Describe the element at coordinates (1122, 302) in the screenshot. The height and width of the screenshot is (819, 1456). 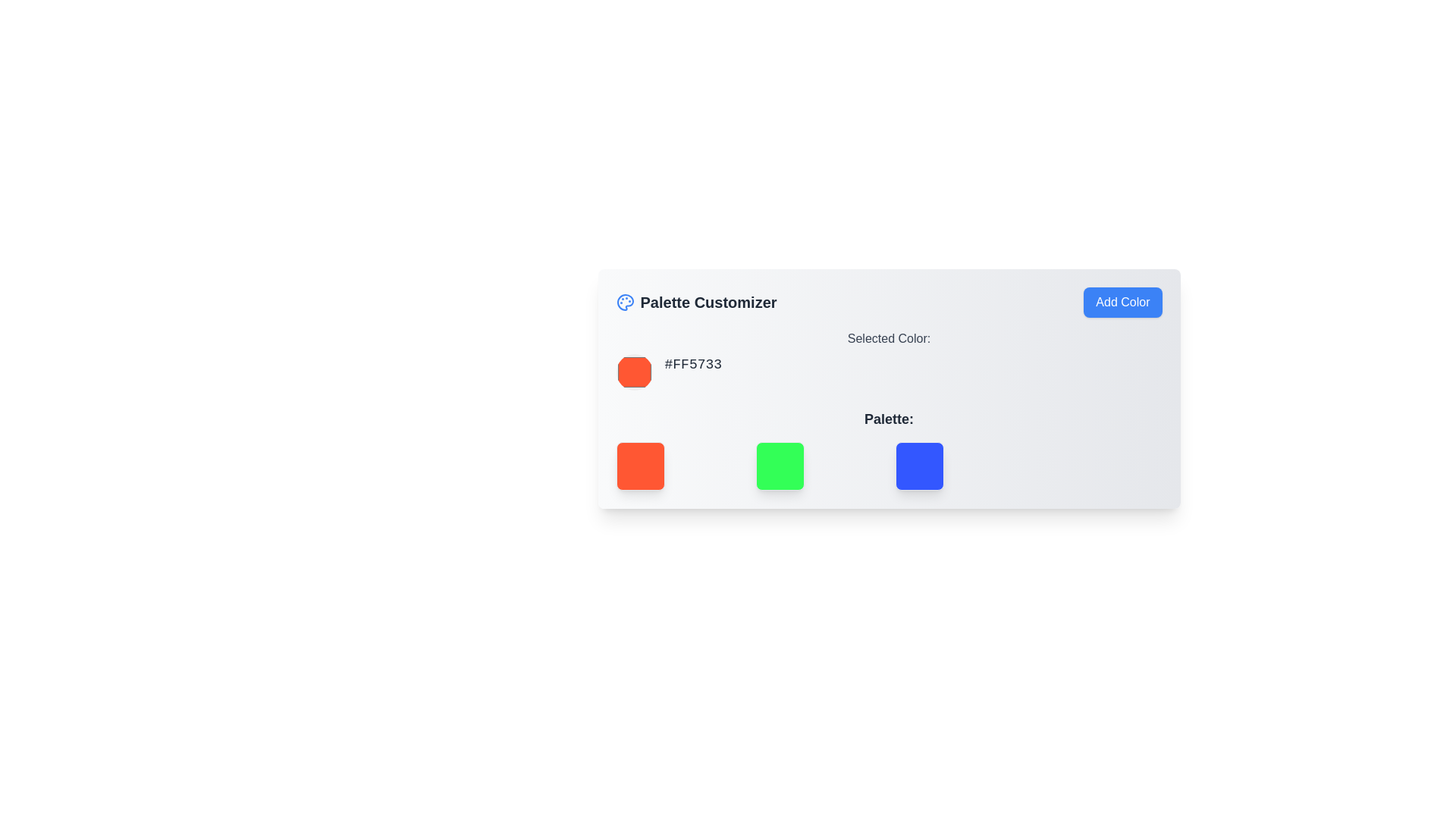
I see `the 'Add Color' button, which is a rectangular button with a blue background and white text located at the top-right corner of the 'Palette Customizer' section` at that location.